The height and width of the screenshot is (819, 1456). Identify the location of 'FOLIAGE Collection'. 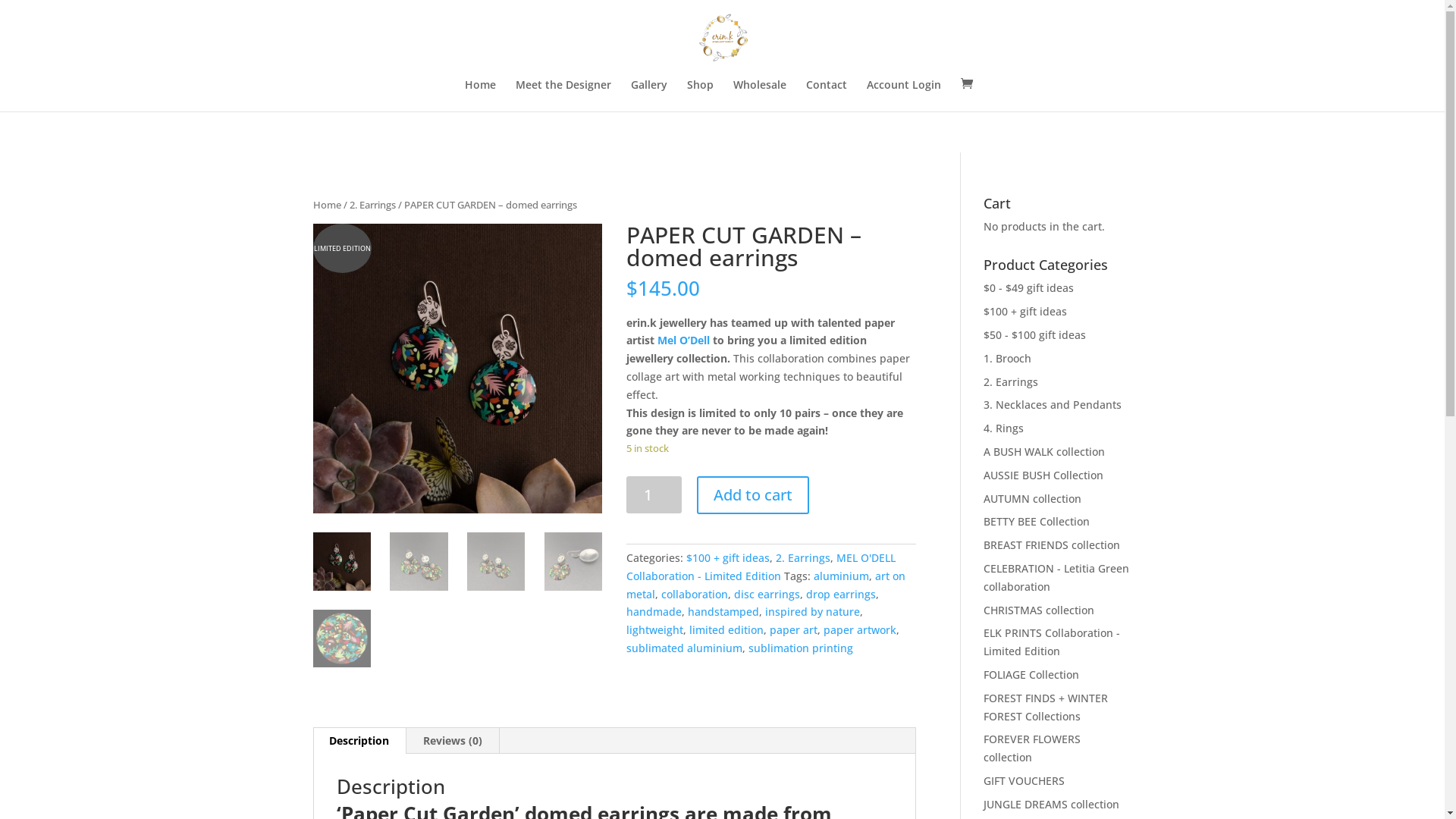
(1031, 673).